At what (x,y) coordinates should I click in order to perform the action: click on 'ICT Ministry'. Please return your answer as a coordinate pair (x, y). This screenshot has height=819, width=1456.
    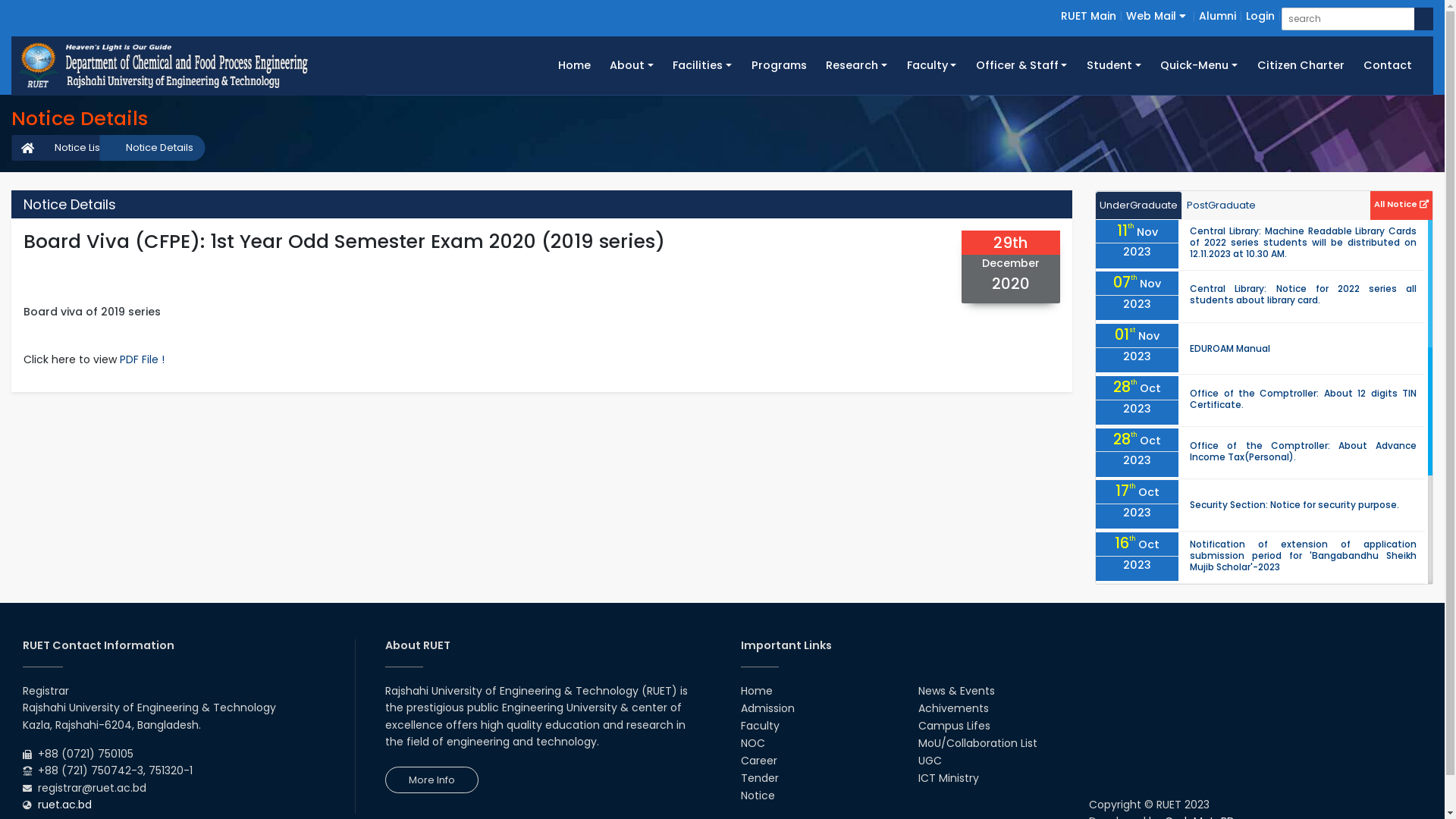
    Looking at the image, I should click on (948, 778).